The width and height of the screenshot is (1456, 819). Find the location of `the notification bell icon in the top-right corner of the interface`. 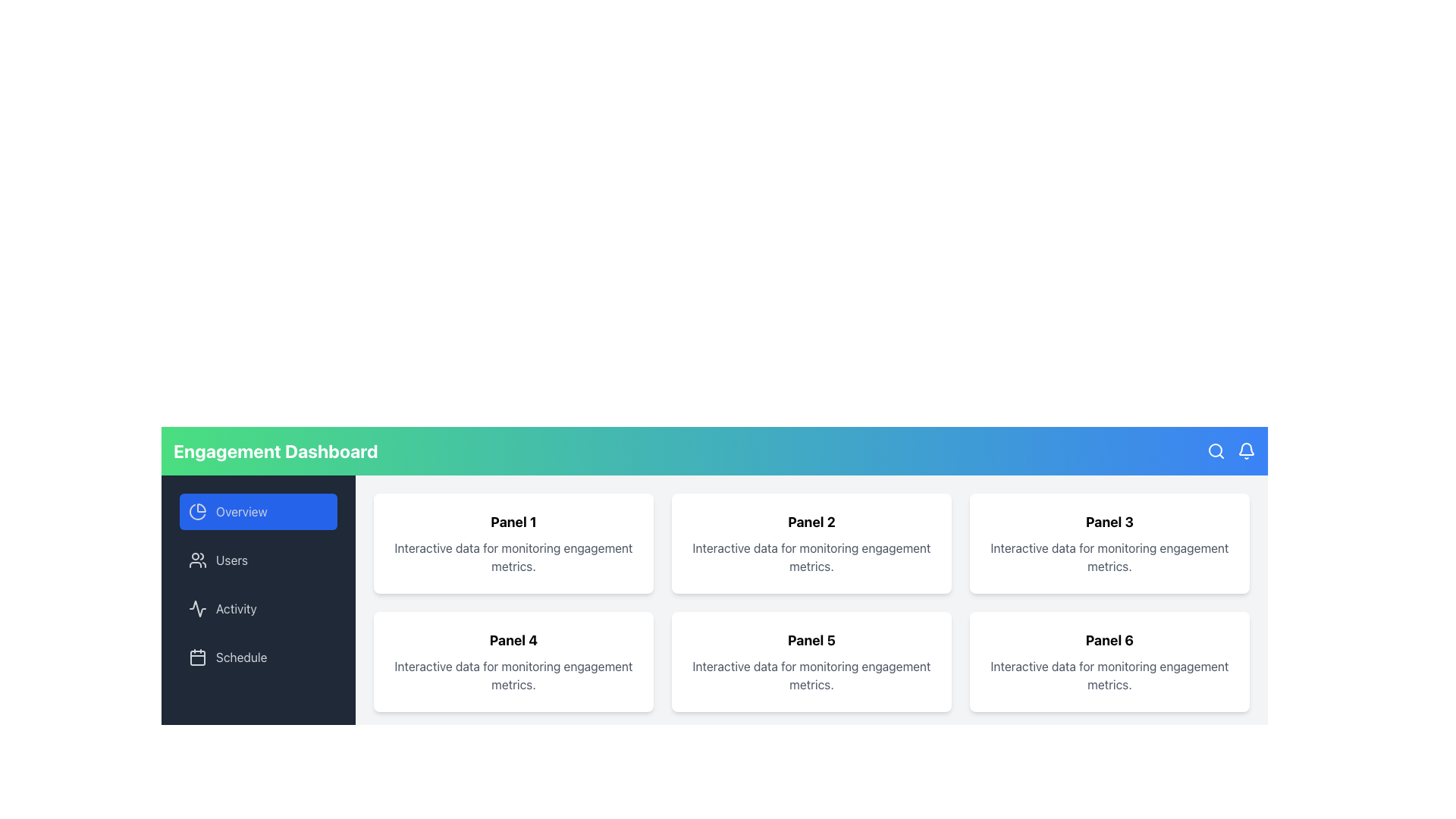

the notification bell icon in the top-right corner of the interface is located at coordinates (1246, 450).